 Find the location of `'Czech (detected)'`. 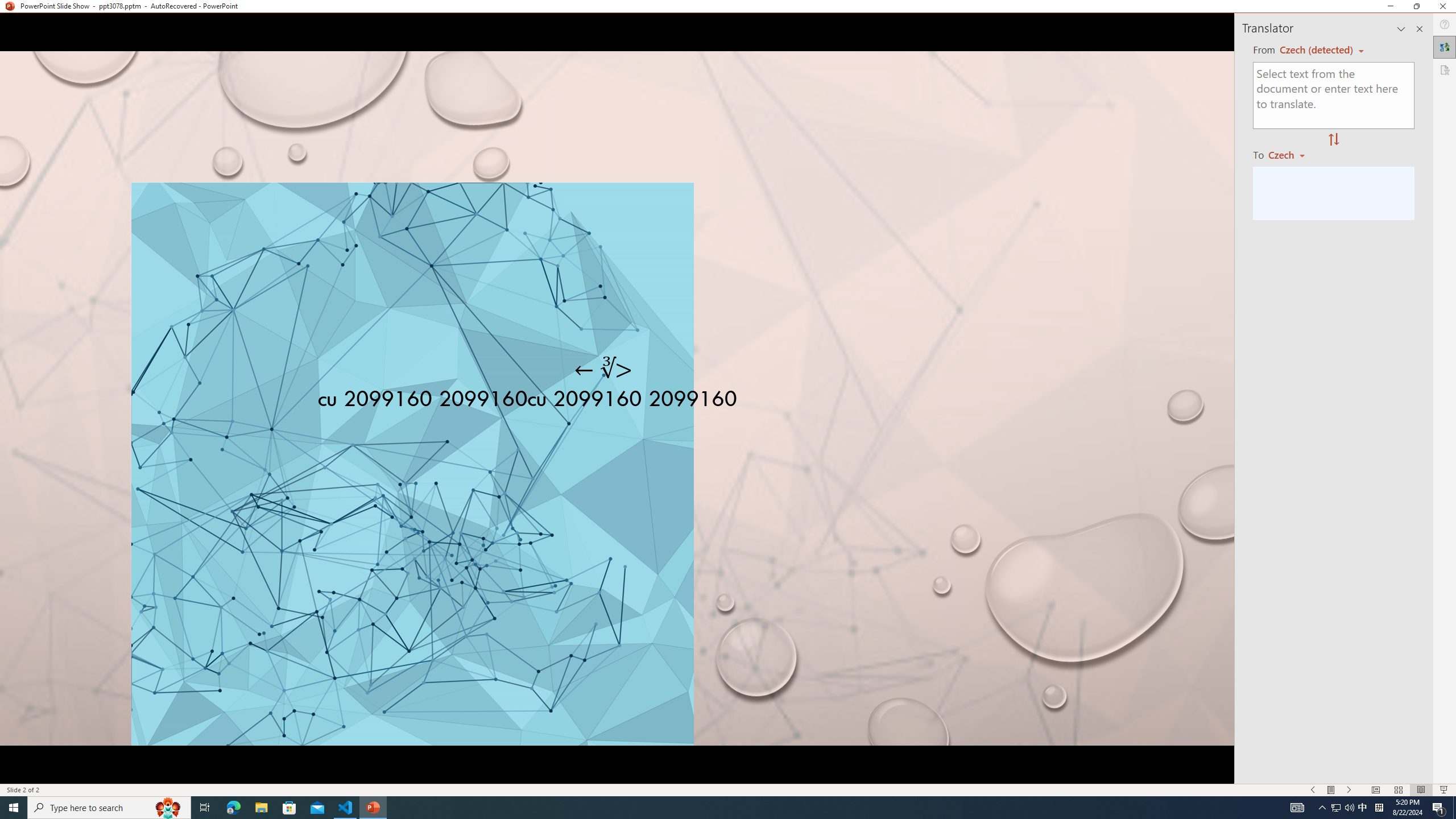

'Czech (detected)' is located at coordinates (1317, 50).